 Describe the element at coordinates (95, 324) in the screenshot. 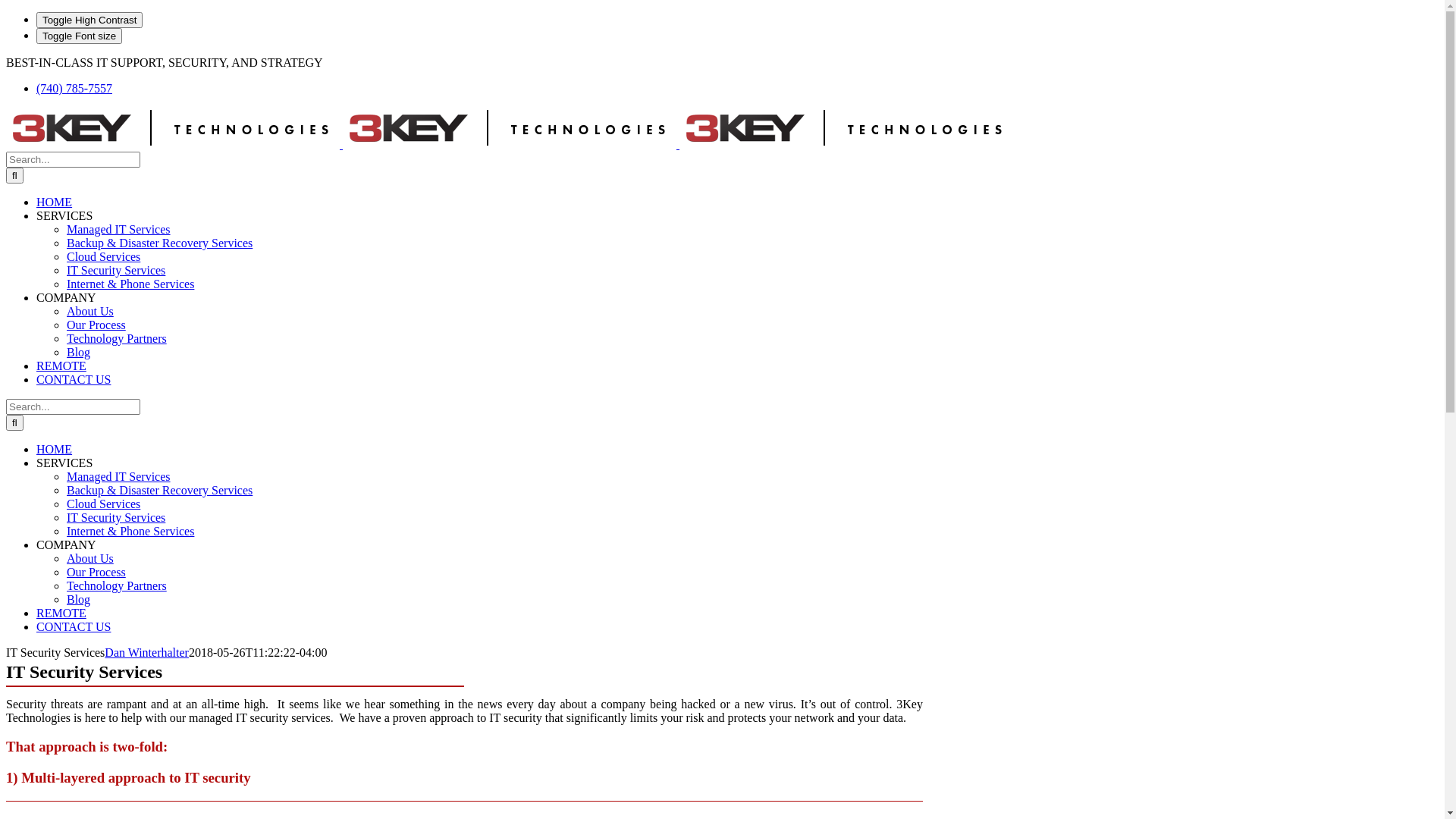

I see `'Our Process'` at that location.